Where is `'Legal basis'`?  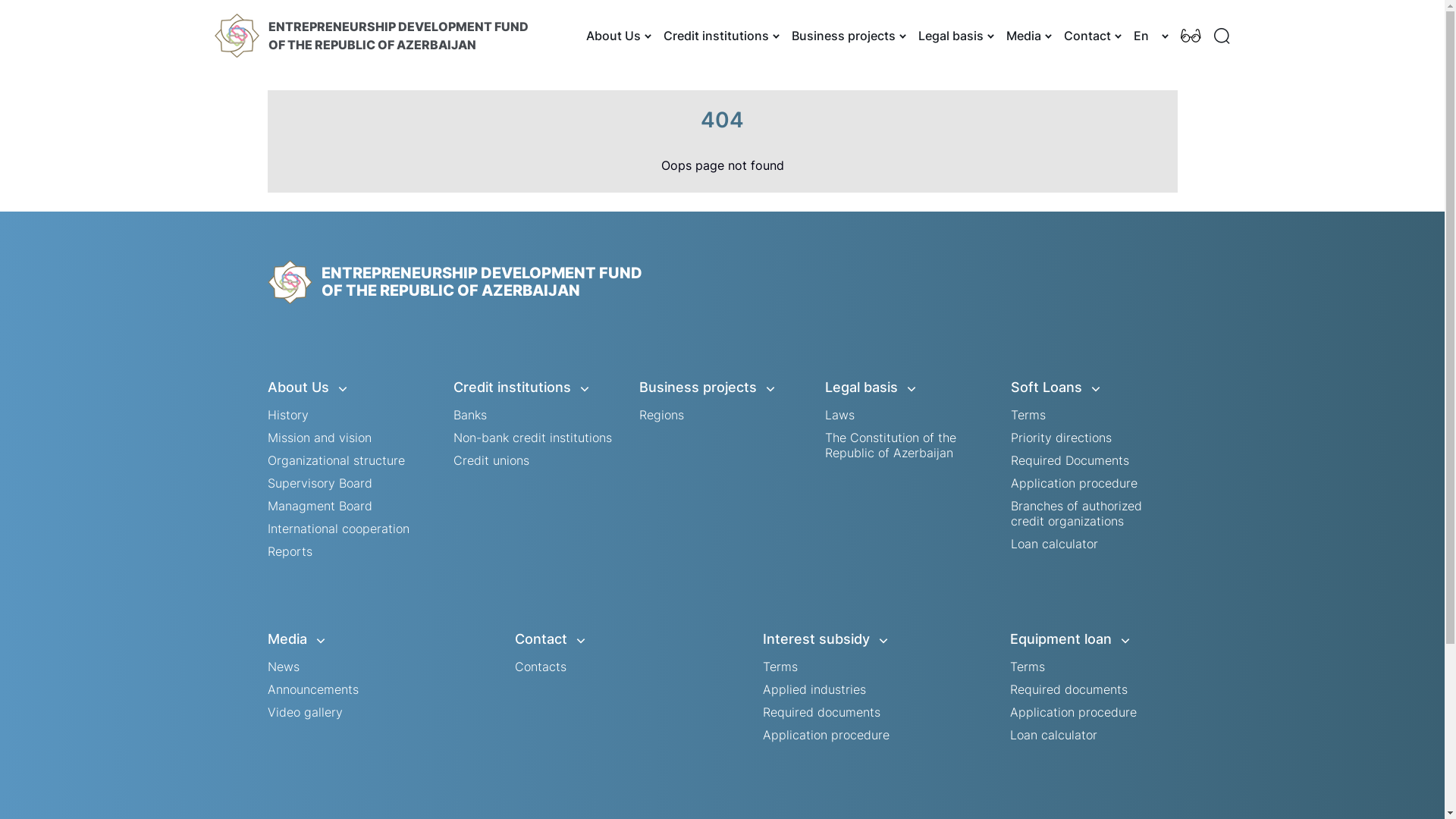 'Legal basis' is located at coordinates (824, 386).